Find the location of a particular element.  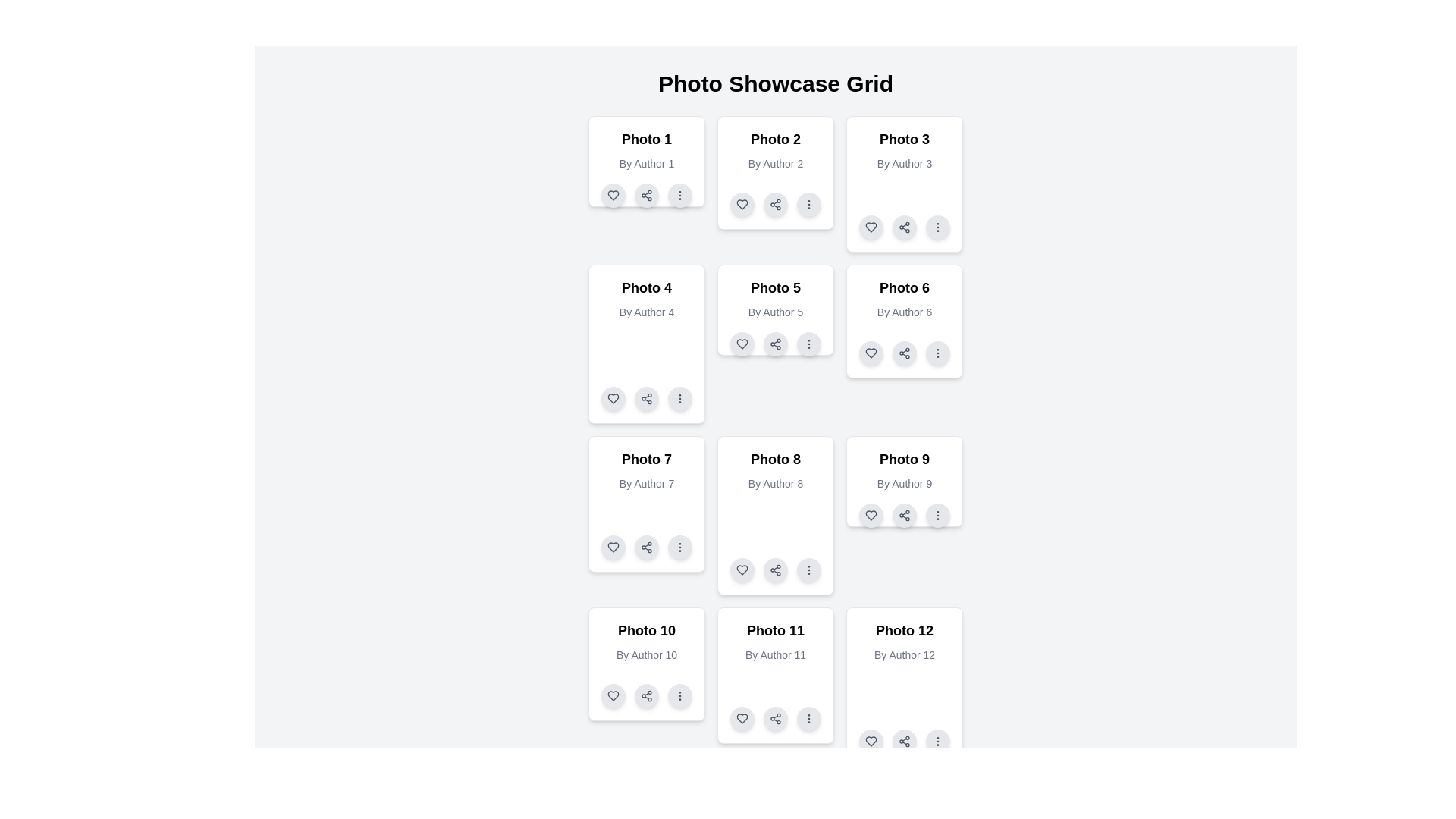

the text label that serves as a heading for the associated photo content, located at the bottom right of the layout grid is located at coordinates (905, 631).